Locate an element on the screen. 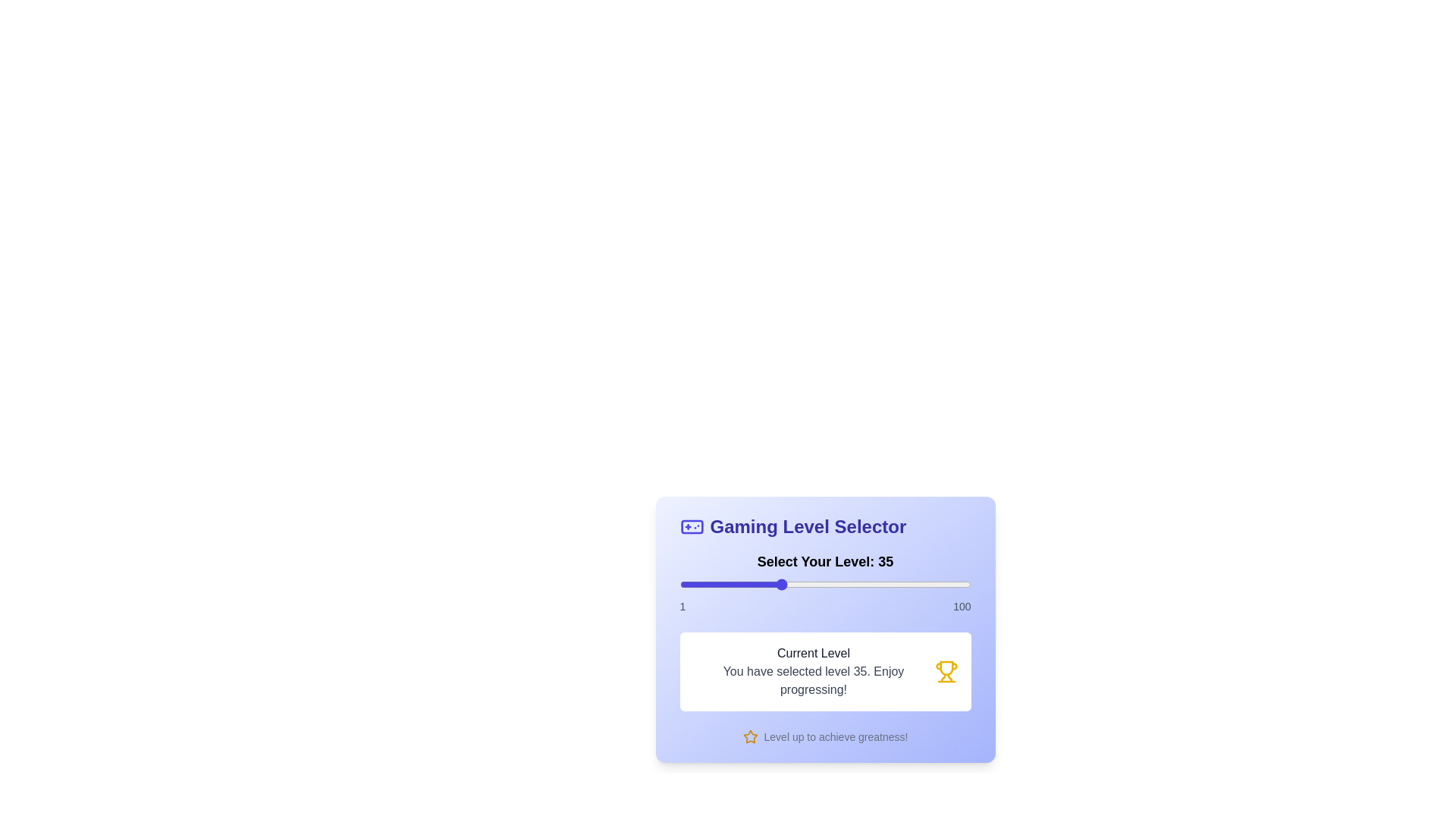 Image resolution: width=1456 pixels, height=819 pixels. the circular handle of the horizontal range slider labeled 'Select Your Level: 35' located in the card component below the heading 'Gaming Level Selector' is located at coordinates (824, 582).